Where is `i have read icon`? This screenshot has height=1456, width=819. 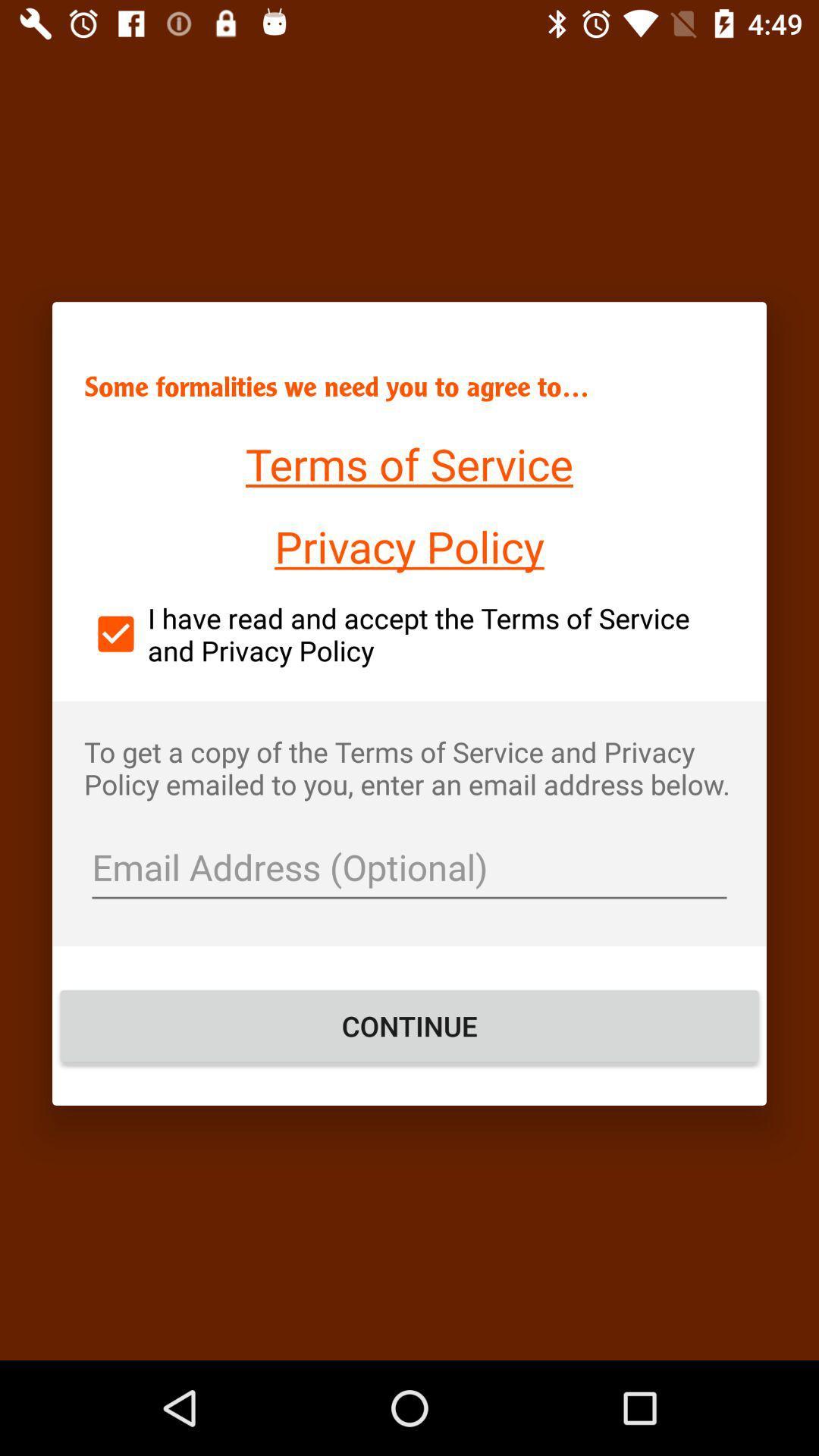
i have read icon is located at coordinates (409, 634).